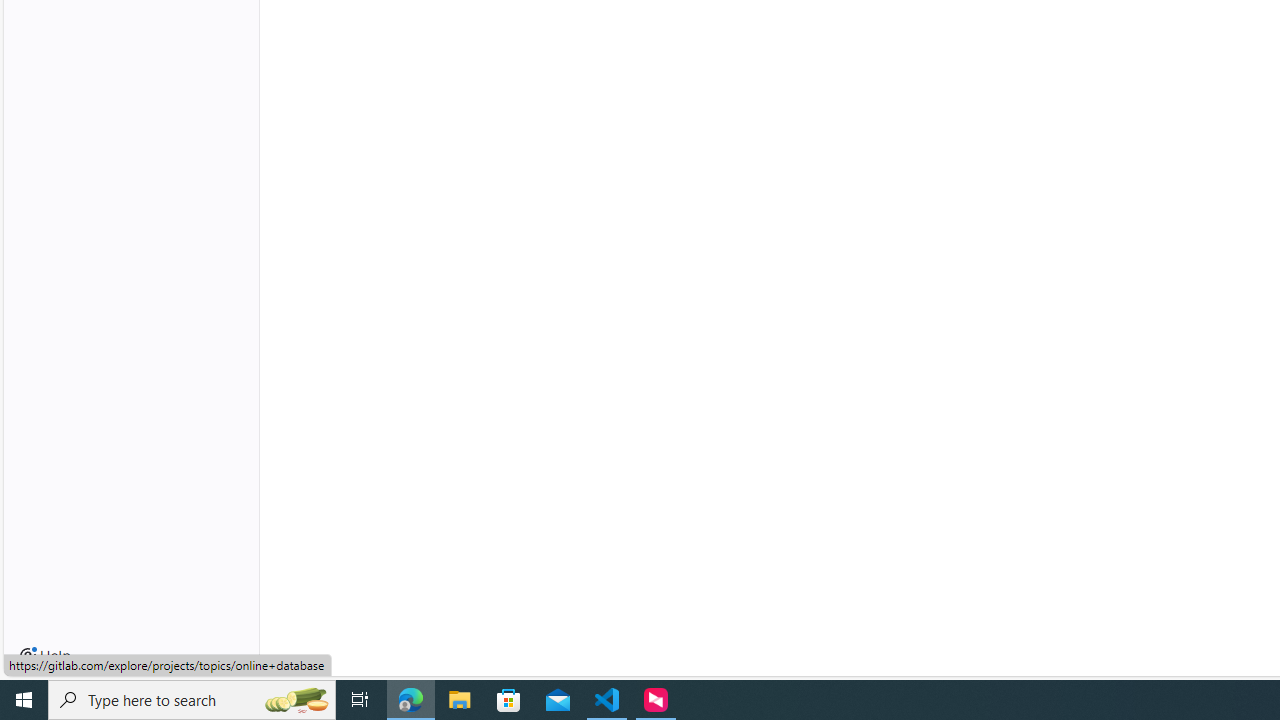 The width and height of the screenshot is (1280, 720). I want to click on 'Help', so click(45, 655).